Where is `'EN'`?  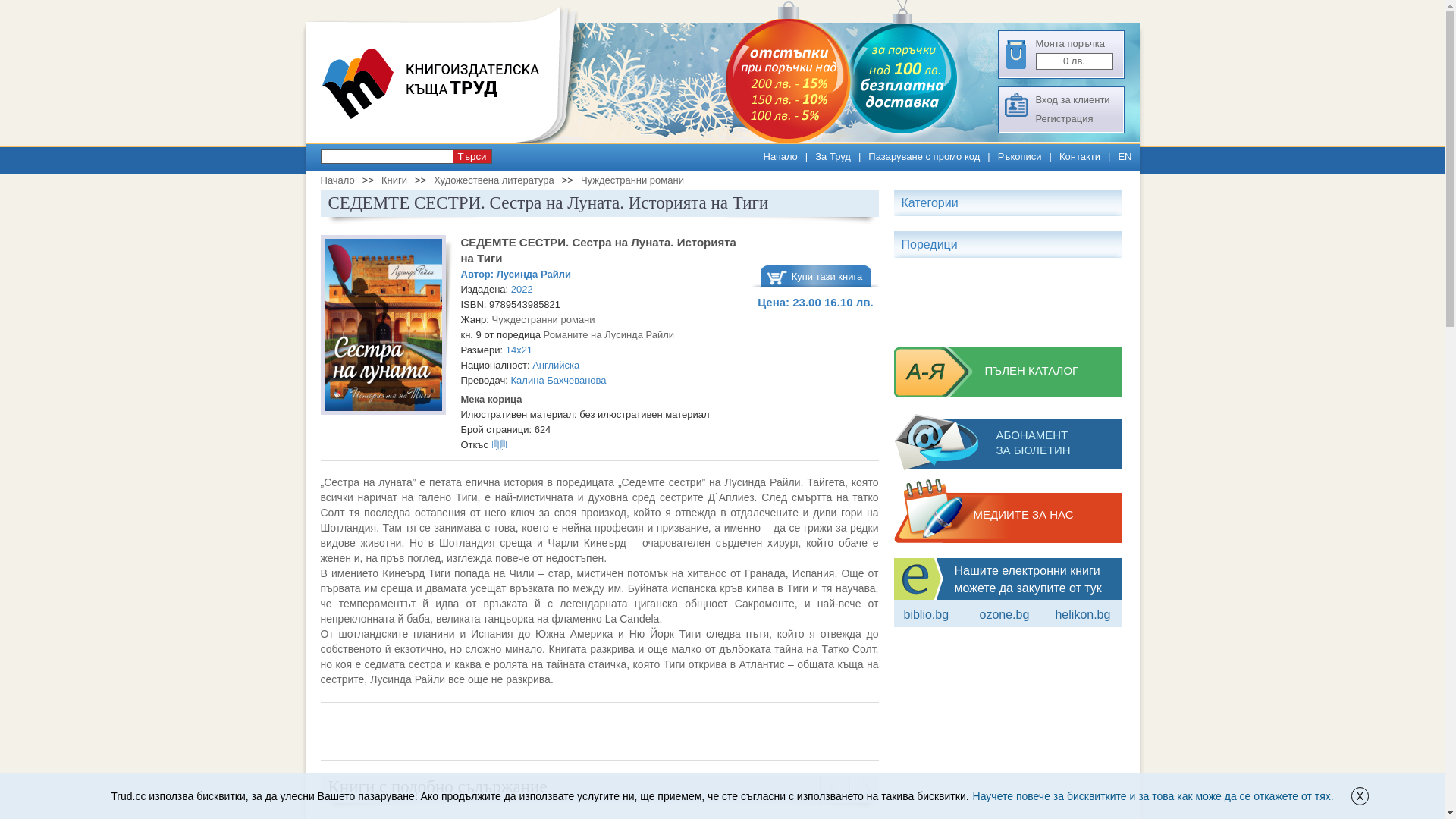 'EN' is located at coordinates (1125, 156).